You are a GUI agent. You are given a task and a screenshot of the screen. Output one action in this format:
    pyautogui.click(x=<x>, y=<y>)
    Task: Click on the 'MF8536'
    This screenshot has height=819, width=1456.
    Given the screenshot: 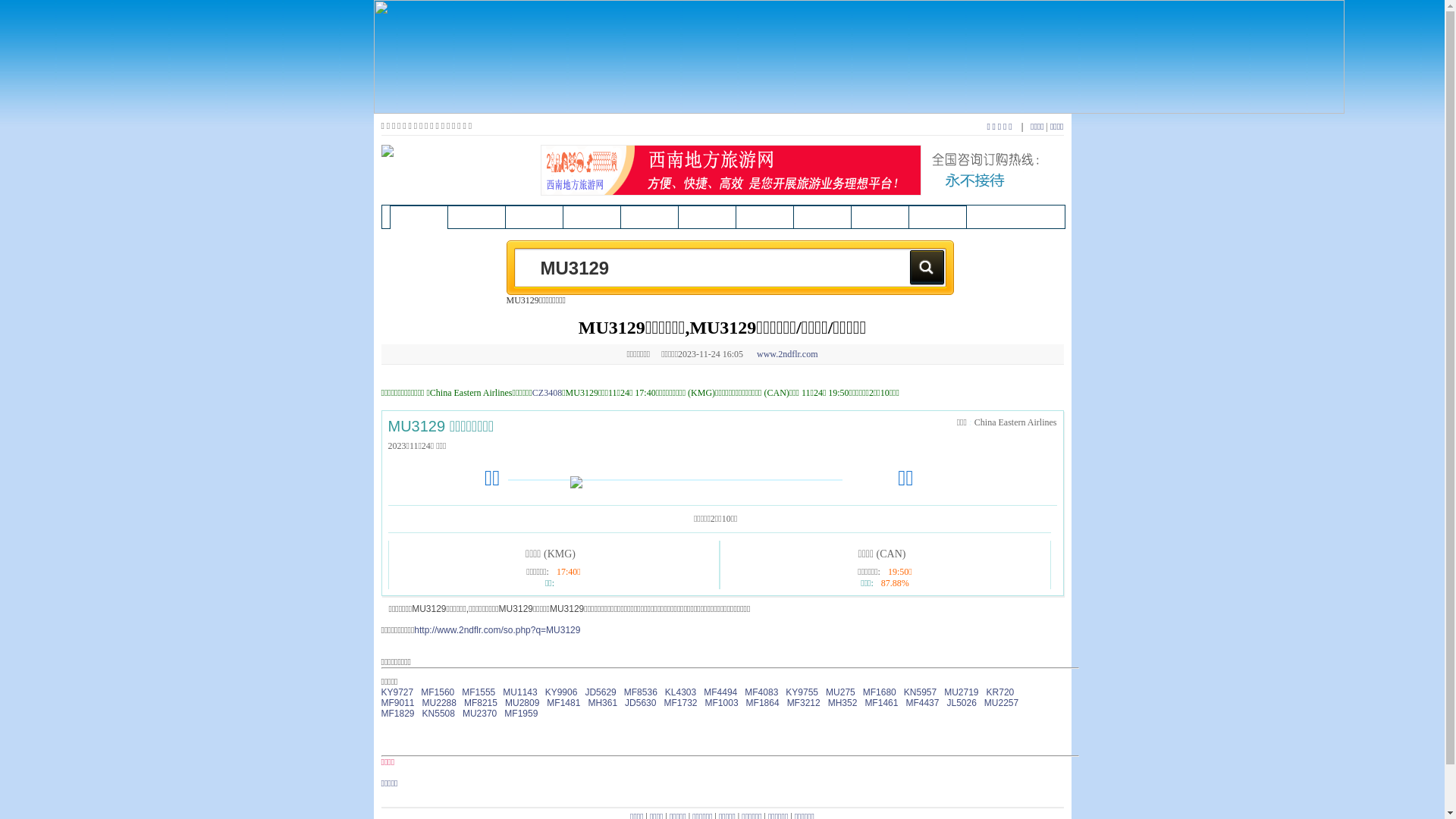 What is the action you would take?
    pyautogui.click(x=640, y=692)
    